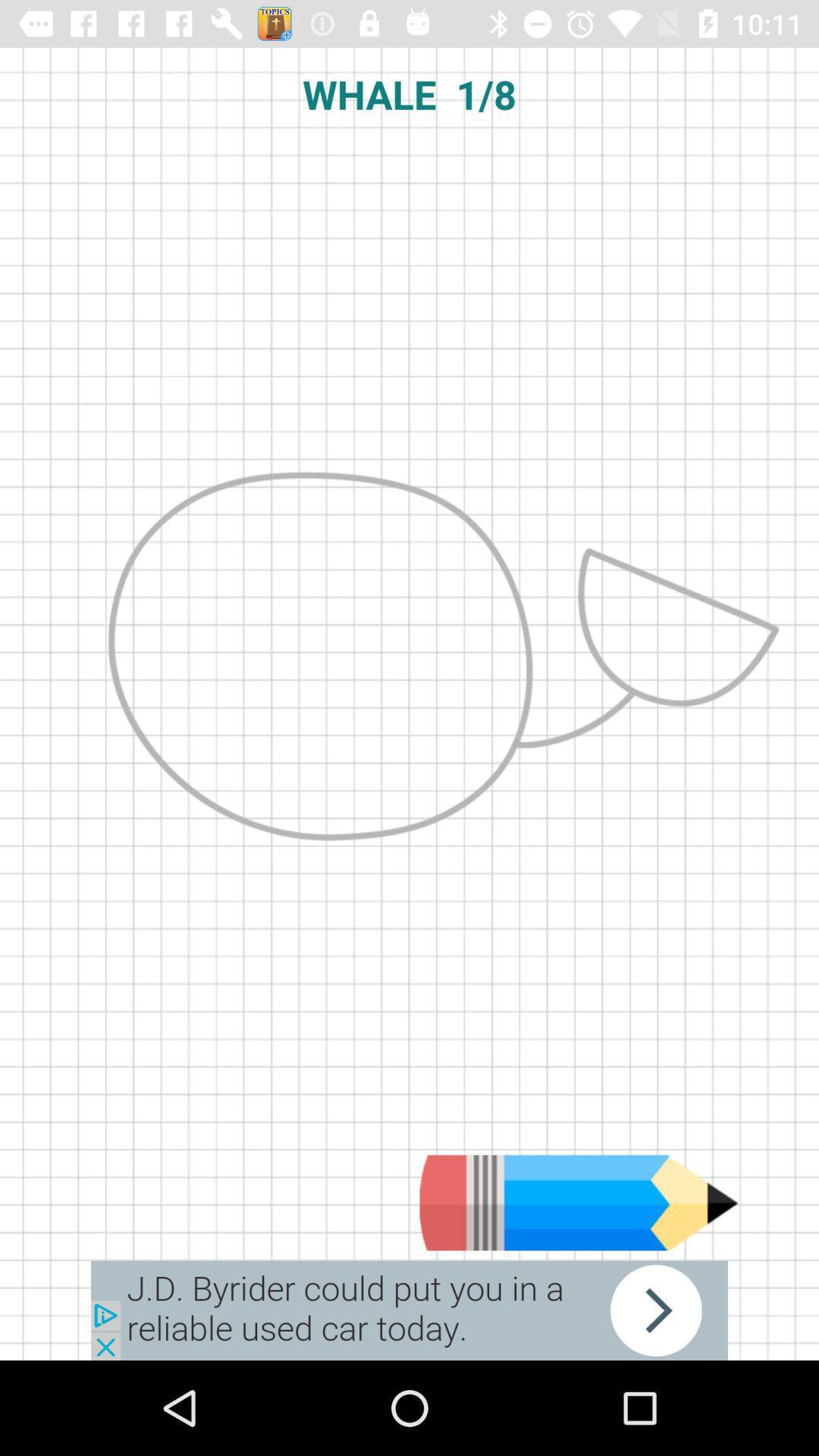 The width and height of the screenshot is (819, 1456). Describe the element at coordinates (409, 1310) in the screenshot. I see `next arrow button` at that location.